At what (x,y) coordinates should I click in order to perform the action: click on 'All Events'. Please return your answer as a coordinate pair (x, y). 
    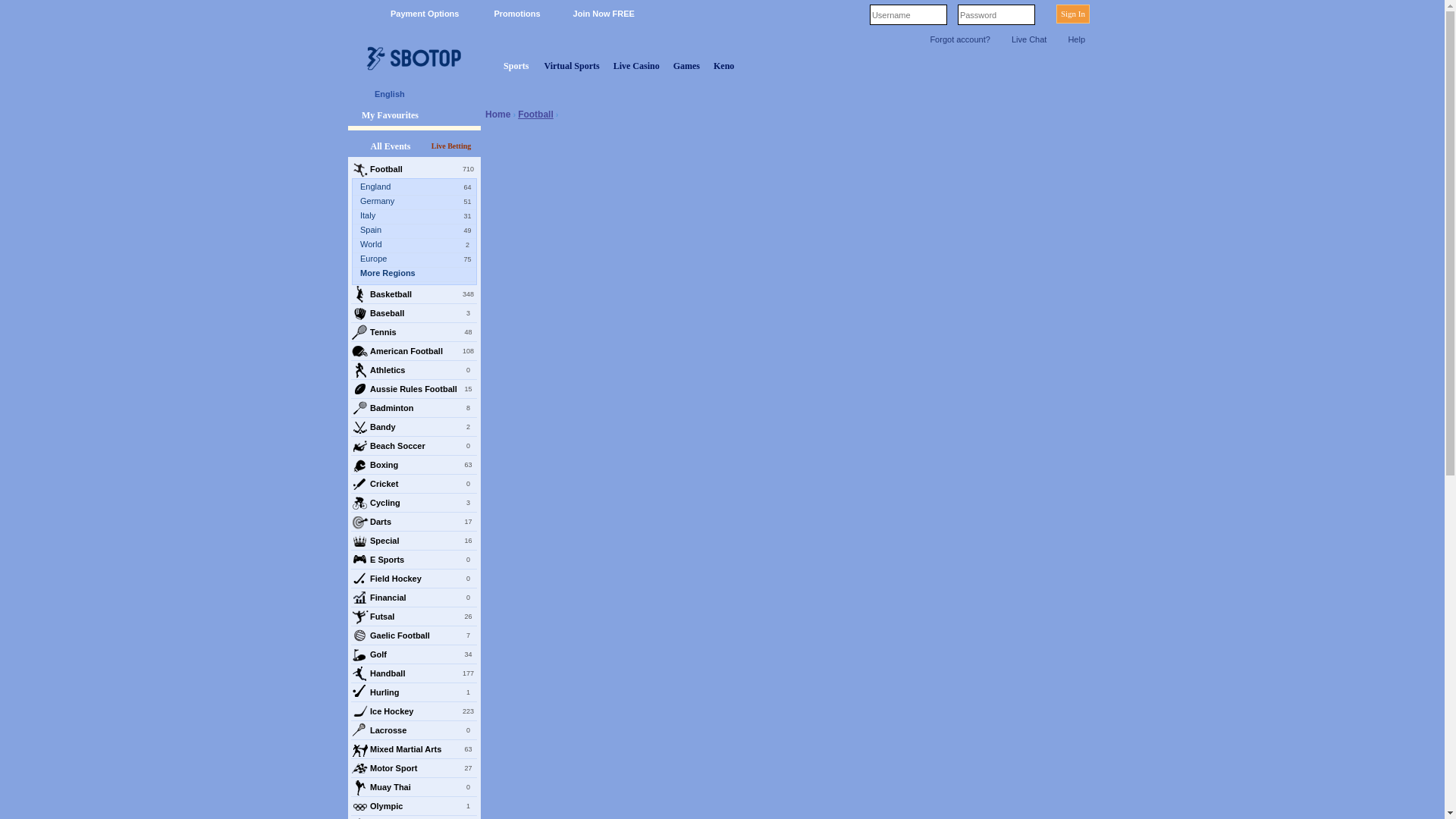
    Looking at the image, I should click on (390, 146).